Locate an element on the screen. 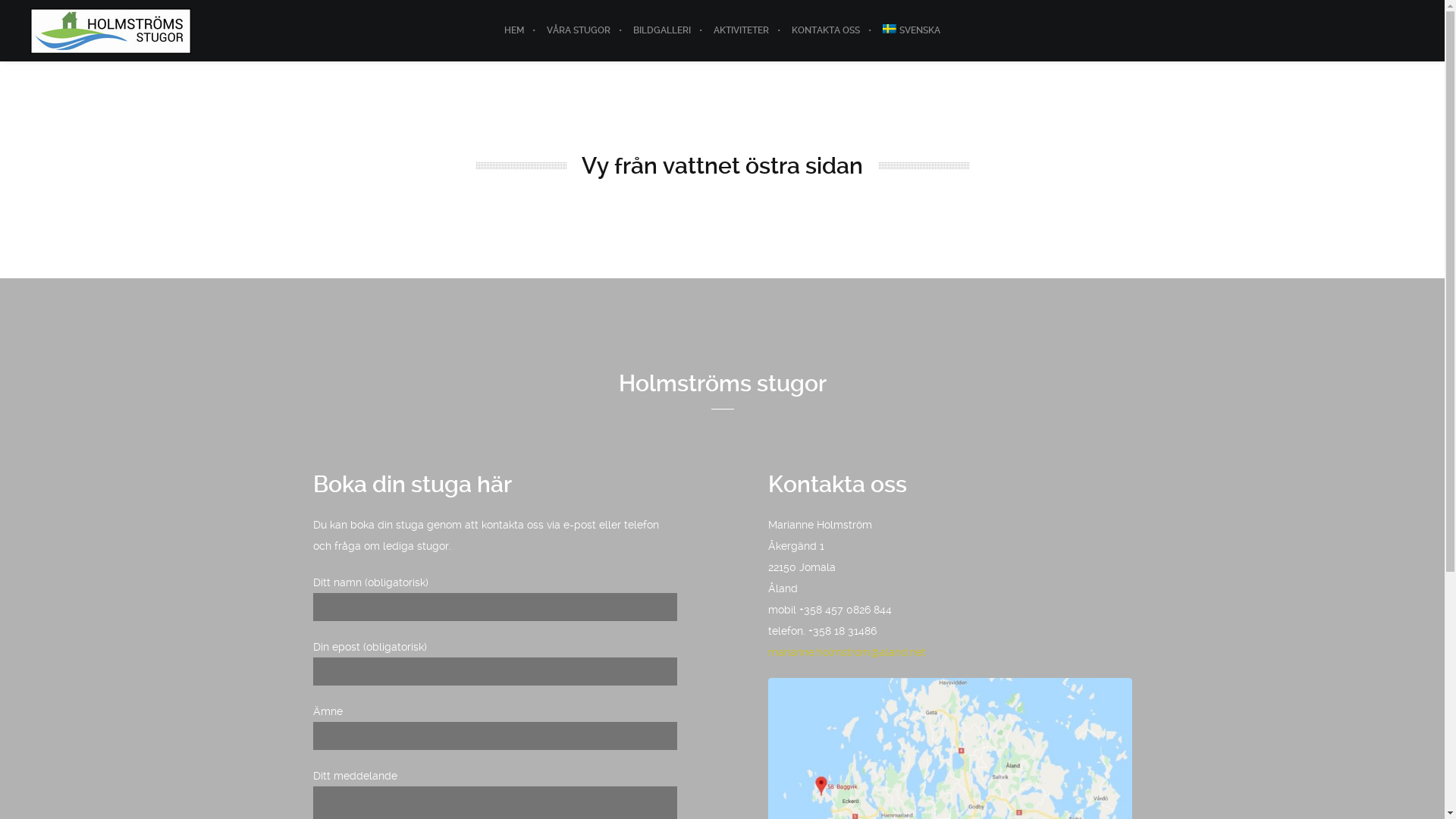  'AKTIVITETER' is located at coordinates (701, 30).